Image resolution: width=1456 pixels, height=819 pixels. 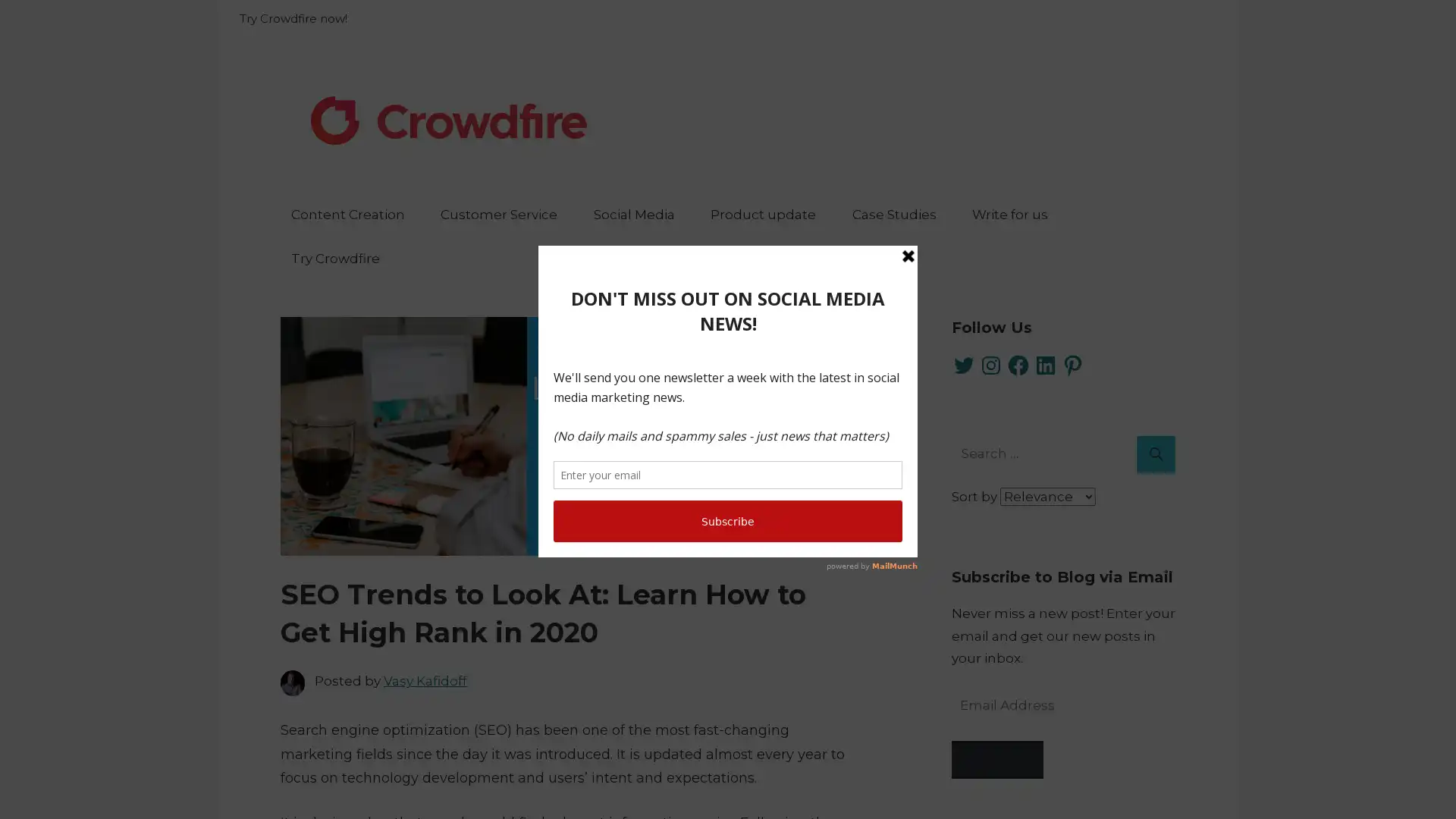 What do you see at coordinates (997, 759) in the screenshot?
I see `Subscribe` at bounding box center [997, 759].